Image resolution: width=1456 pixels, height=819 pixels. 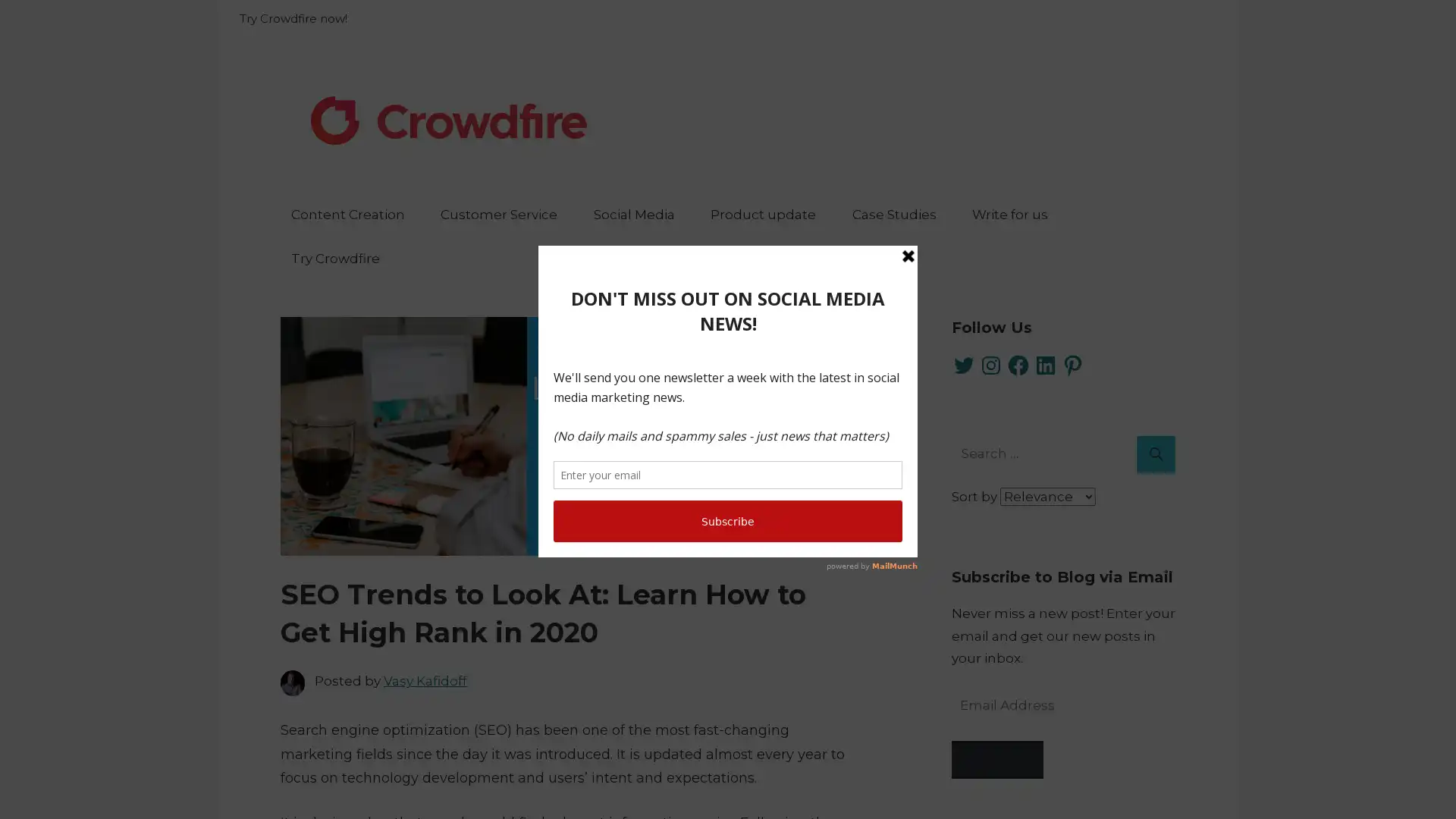 What do you see at coordinates (997, 759) in the screenshot?
I see `Subscribe` at bounding box center [997, 759].